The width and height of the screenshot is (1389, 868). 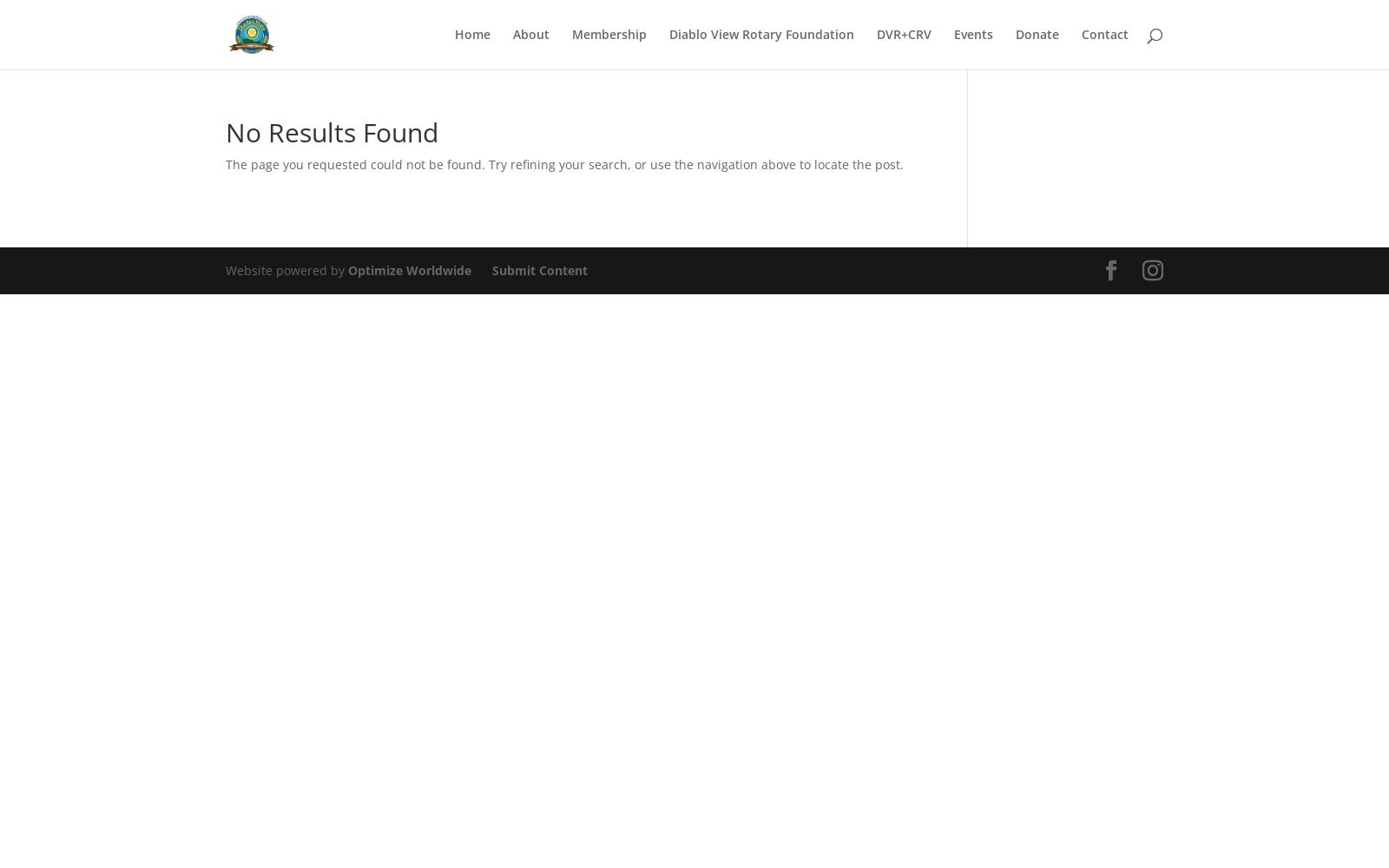 What do you see at coordinates (973, 34) in the screenshot?
I see `'Events'` at bounding box center [973, 34].